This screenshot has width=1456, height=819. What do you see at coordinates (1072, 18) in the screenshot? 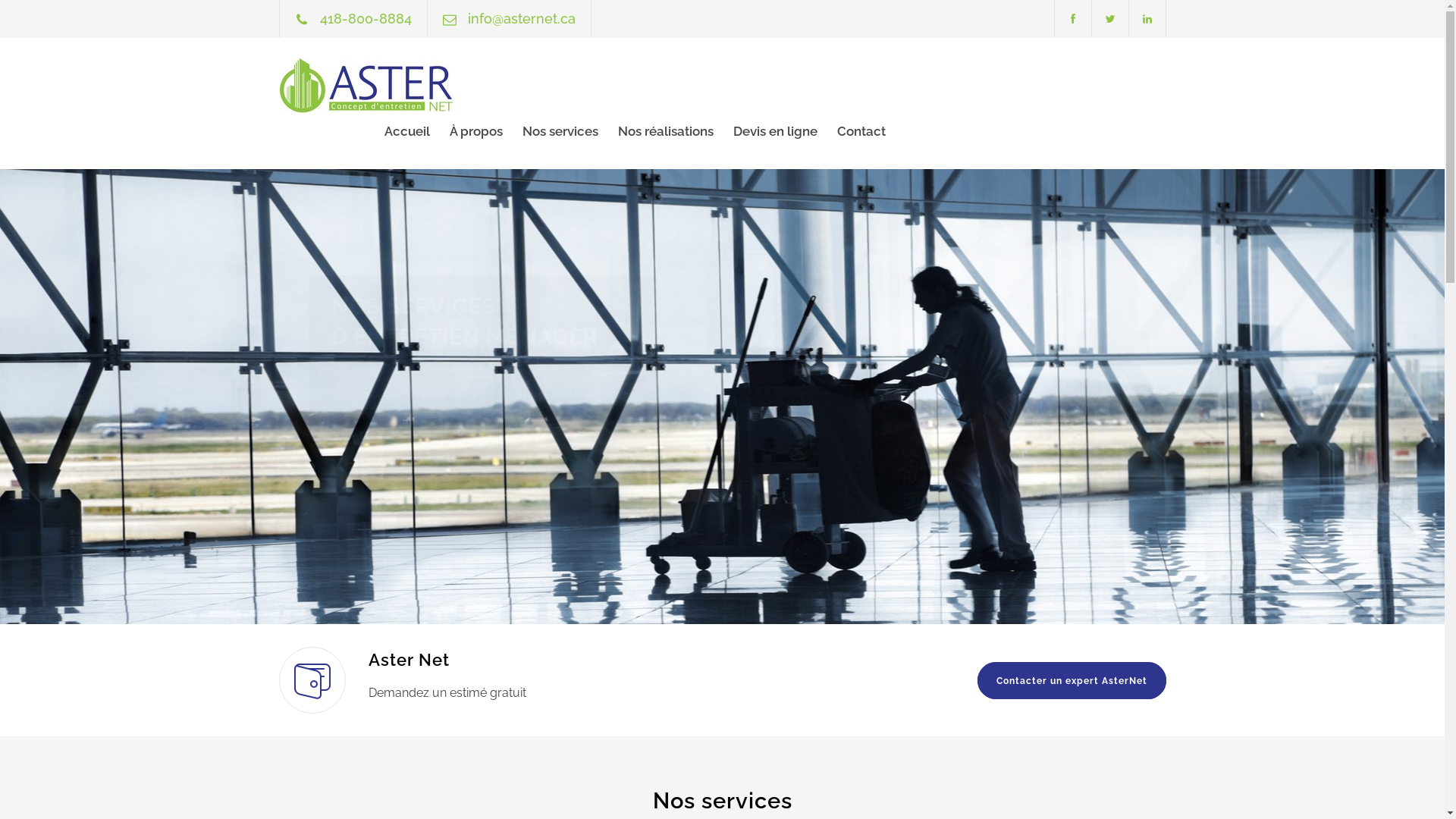
I see `'facebook'` at bounding box center [1072, 18].